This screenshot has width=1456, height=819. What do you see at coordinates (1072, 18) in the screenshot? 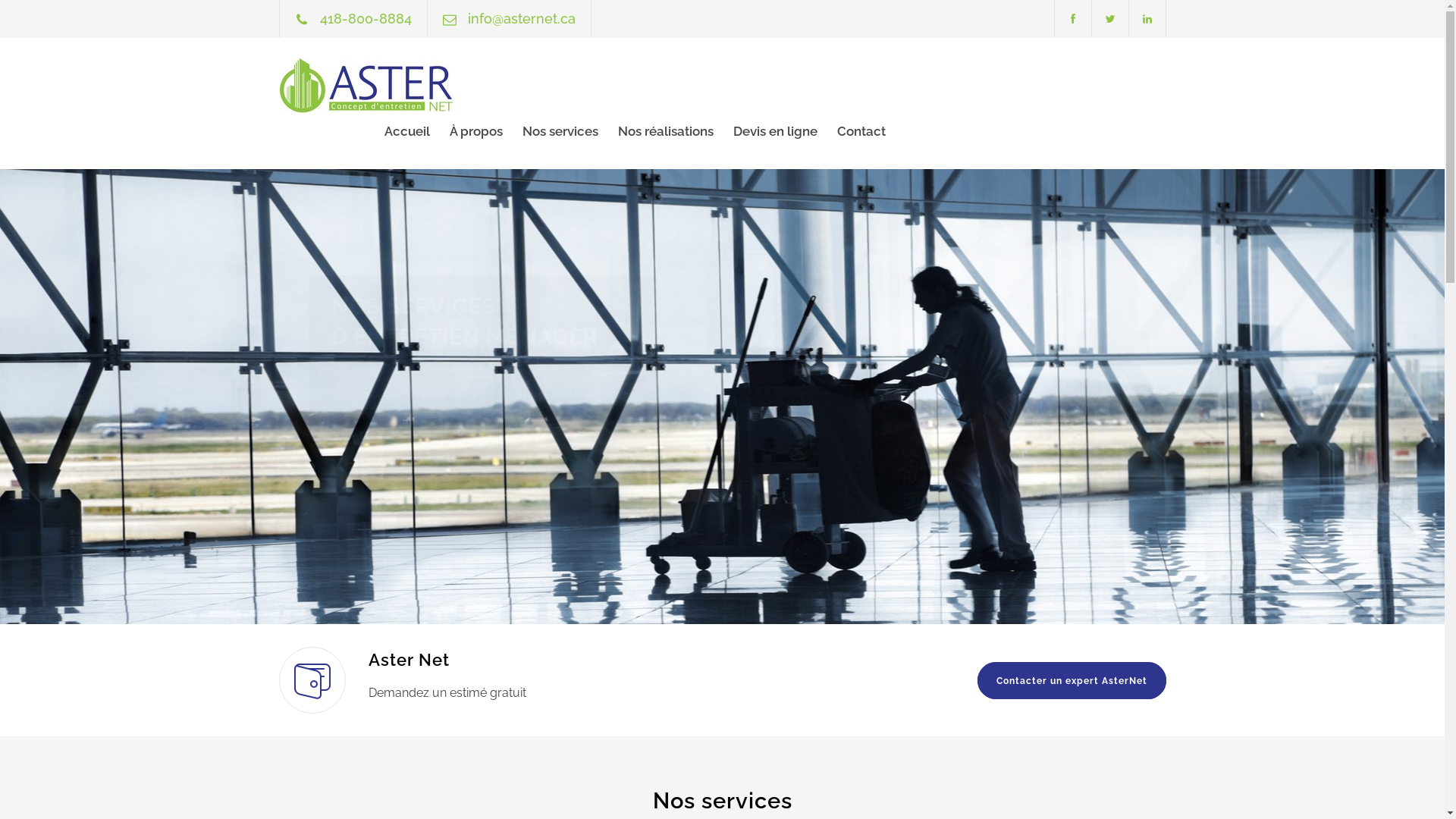
I see `'facebook'` at bounding box center [1072, 18].